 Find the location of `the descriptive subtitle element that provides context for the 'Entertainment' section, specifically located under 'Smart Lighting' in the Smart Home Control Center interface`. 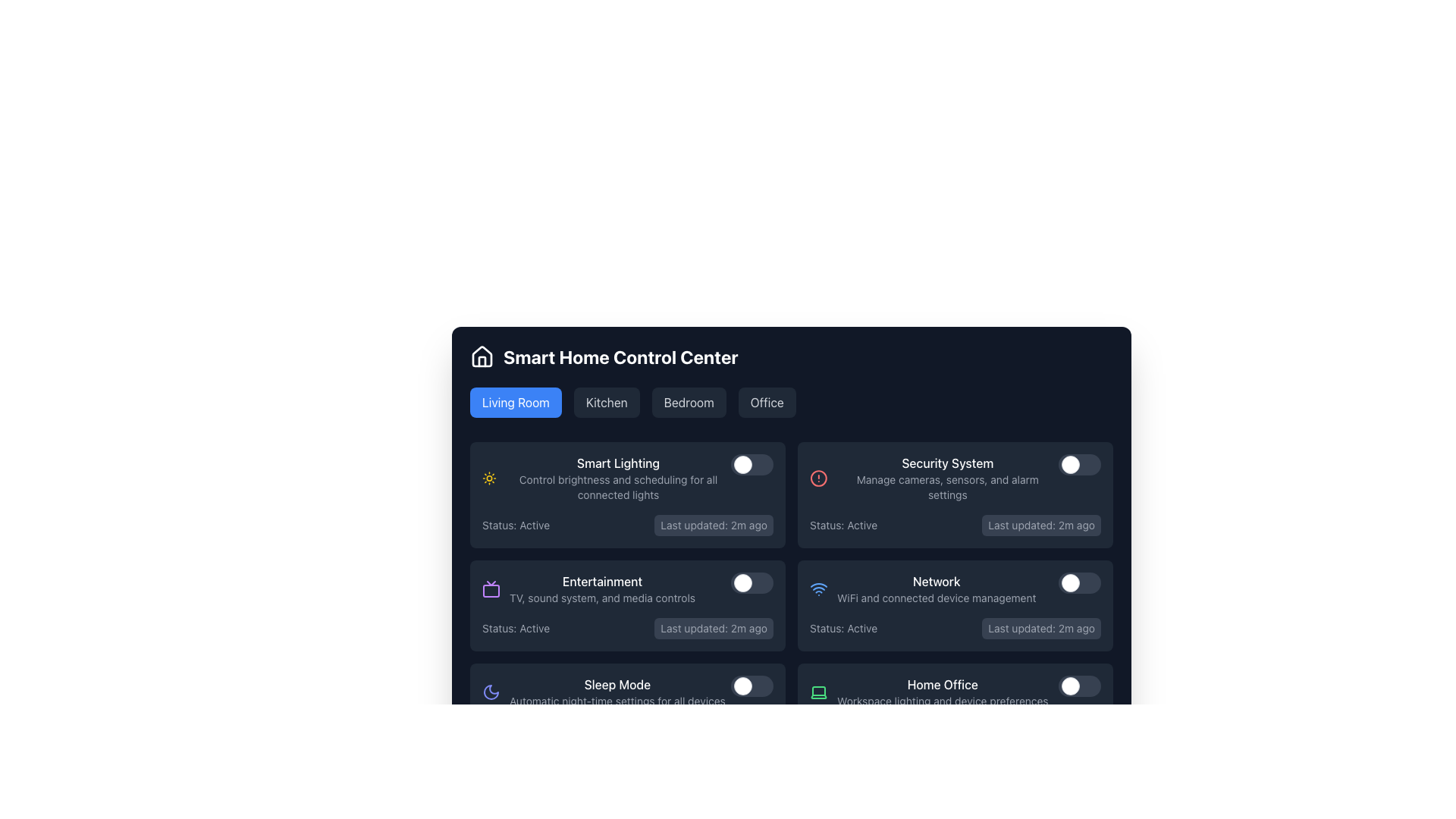

the descriptive subtitle element that provides context for the 'Entertainment' section, specifically located under 'Smart Lighting' in the Smart Home Control Center interface is located at coordinates (601, 598).